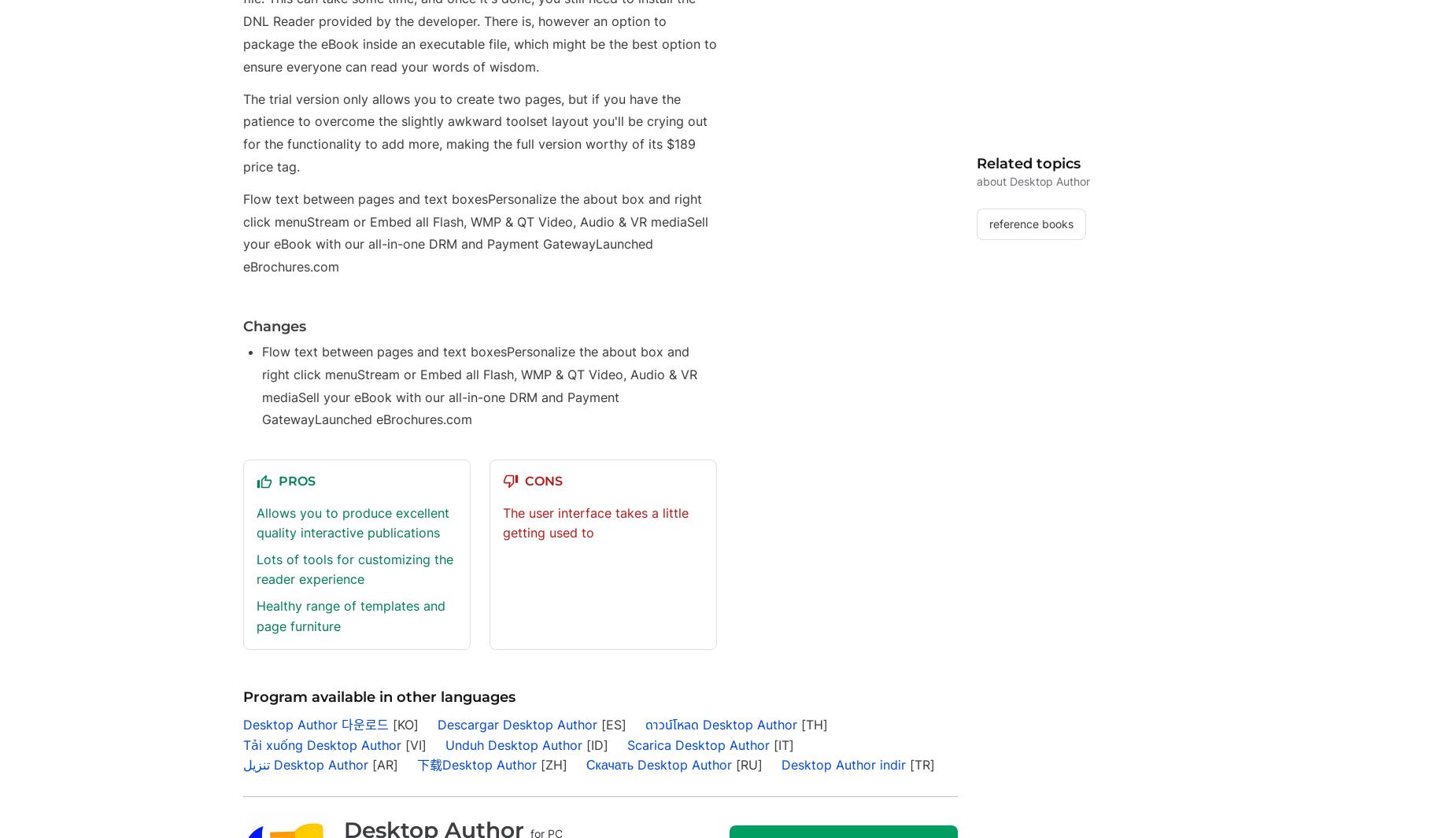 This screenshot has height=838, width=1456. I want to click on 'Tiếng Việt', so click(313, 146).